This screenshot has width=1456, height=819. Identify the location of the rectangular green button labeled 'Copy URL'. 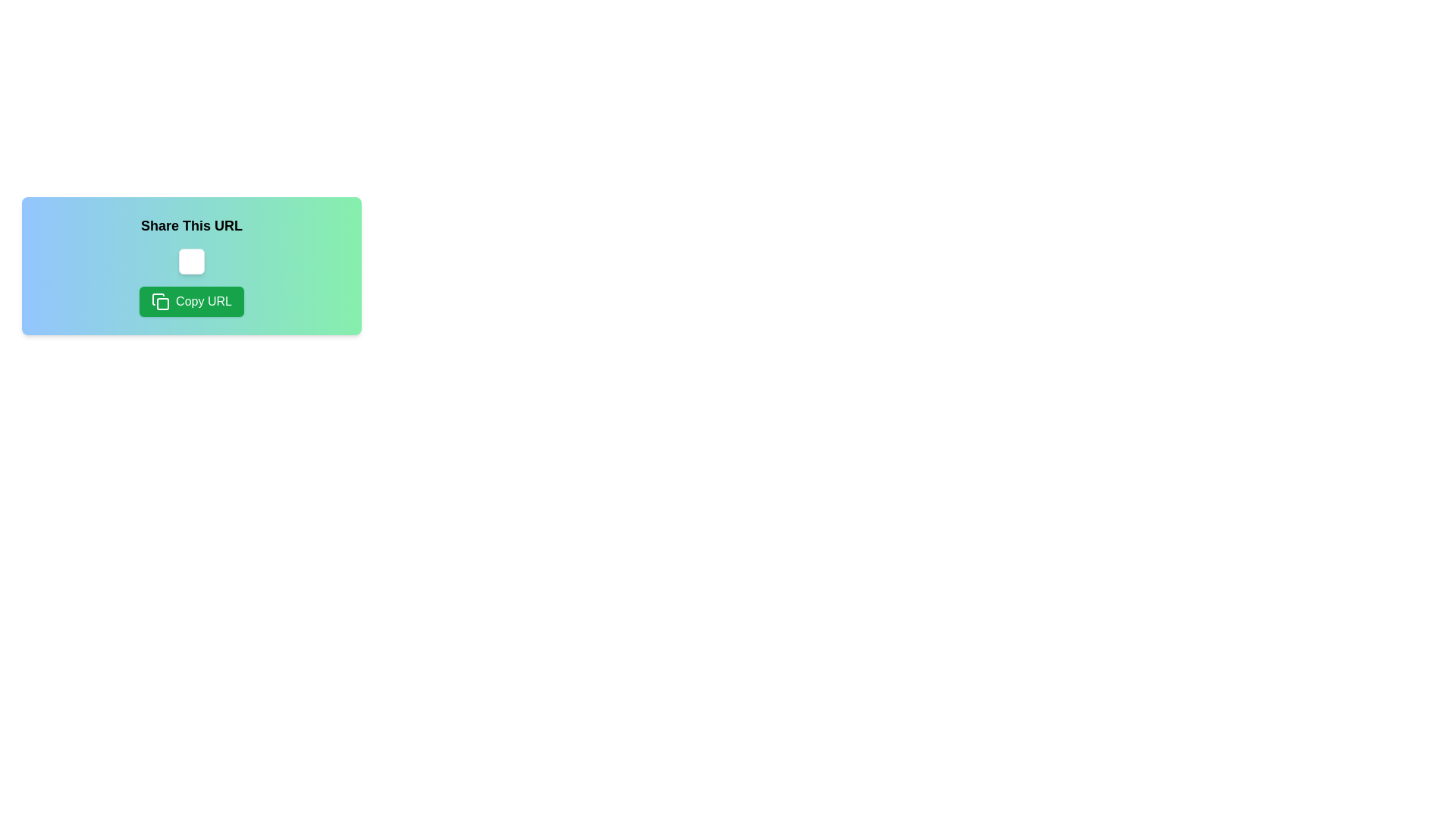
(191, 301).